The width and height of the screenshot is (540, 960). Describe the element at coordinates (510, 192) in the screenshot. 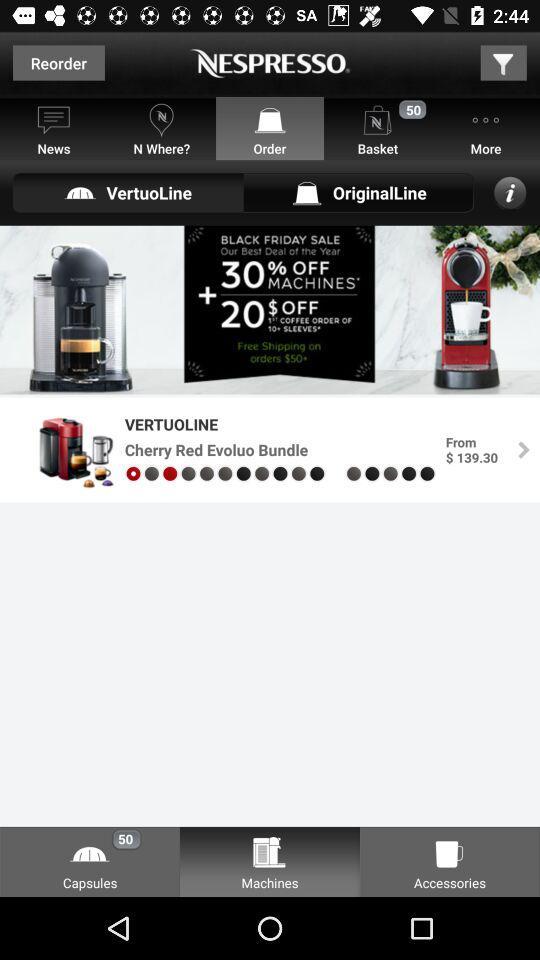

I see `the info icon` at that location.